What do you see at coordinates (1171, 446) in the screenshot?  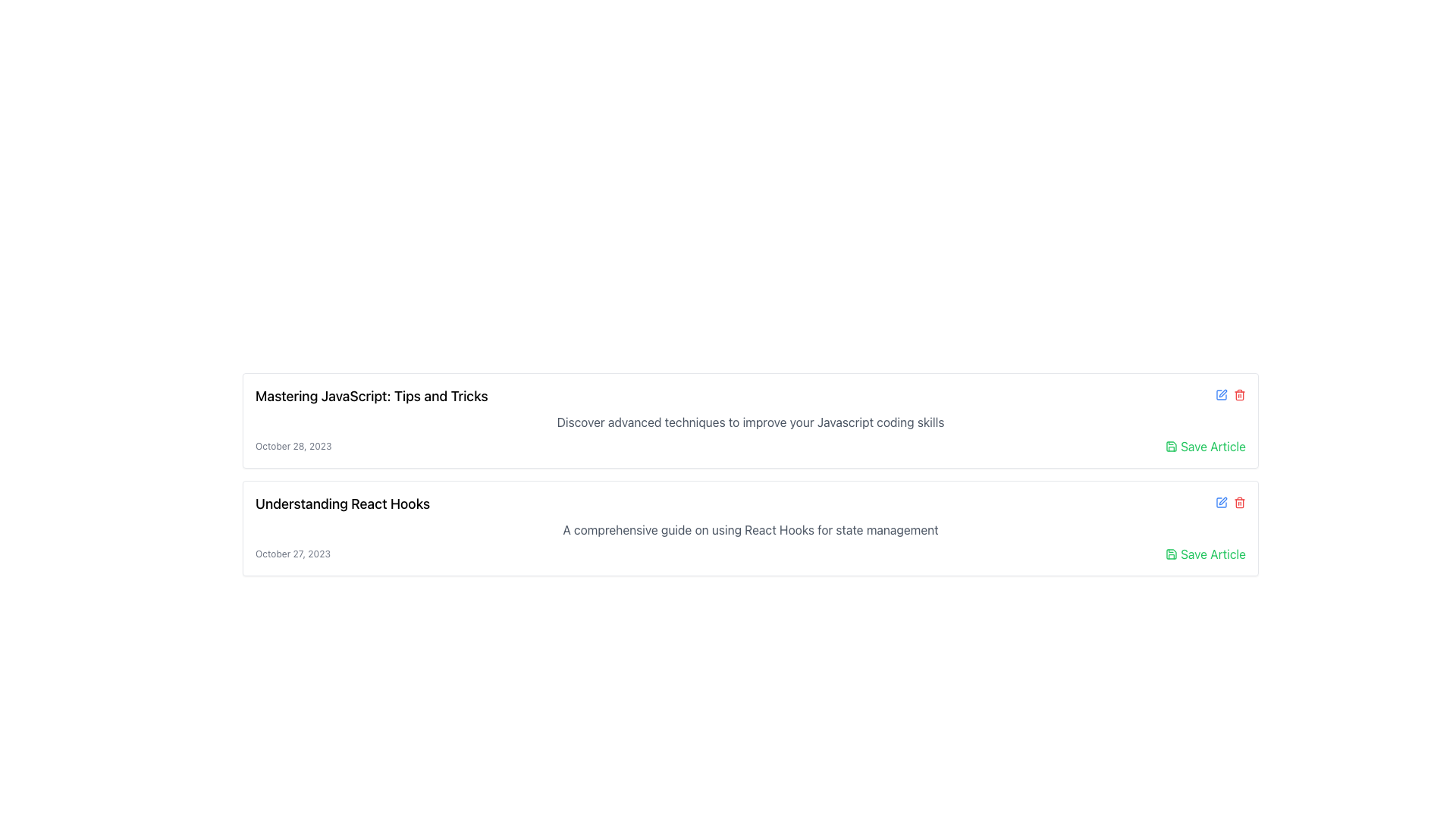 I see `the save icon located to the right of the article title and description for 'Mastering JavaScript: Tips and Tricks'` at bounding box center [1171, 446].